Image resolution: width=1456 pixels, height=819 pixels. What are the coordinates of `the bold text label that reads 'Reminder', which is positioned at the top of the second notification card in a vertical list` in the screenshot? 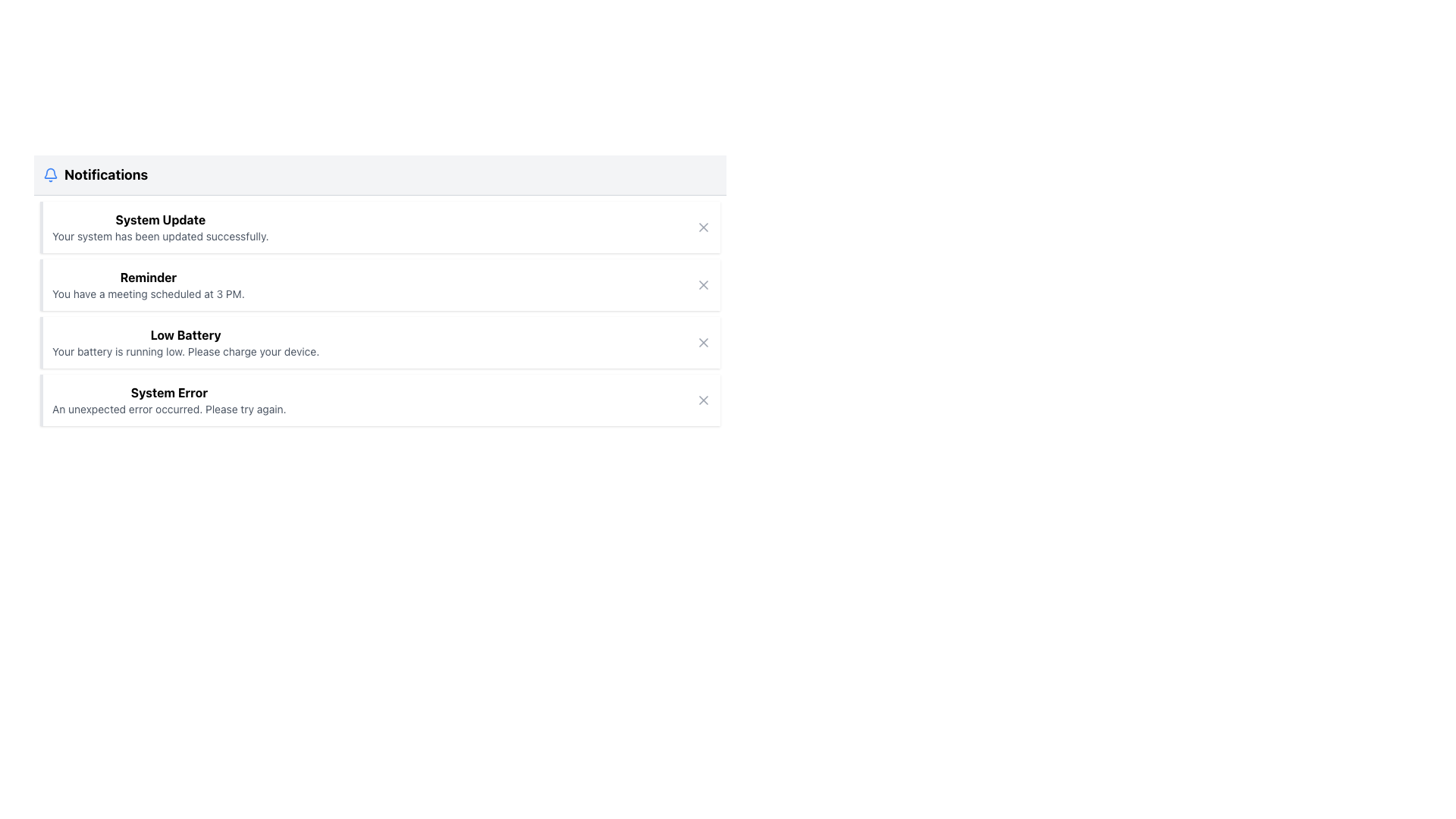 It's located at (148, 278).